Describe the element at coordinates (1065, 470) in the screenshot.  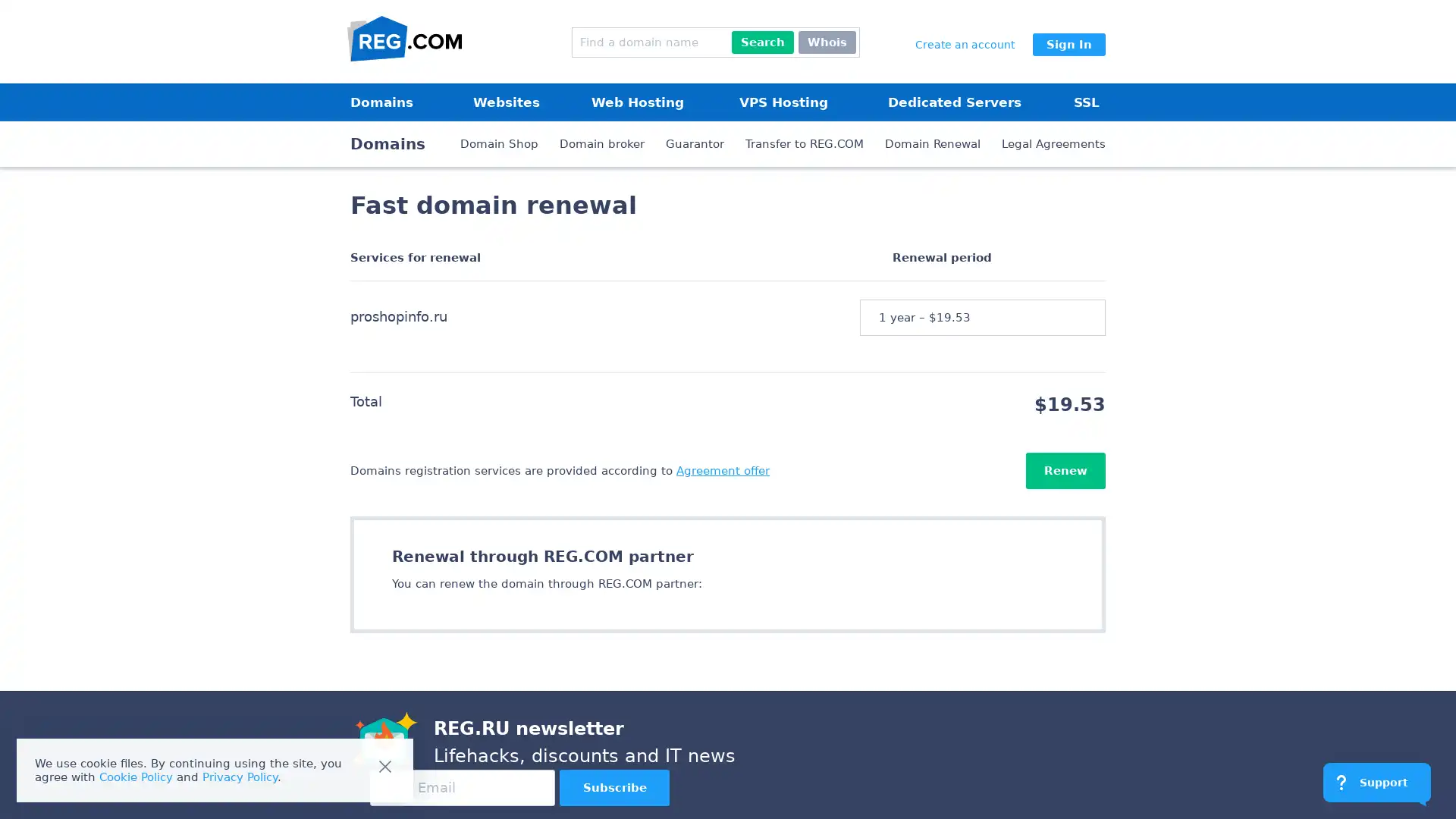
I see `Renew` at that location.